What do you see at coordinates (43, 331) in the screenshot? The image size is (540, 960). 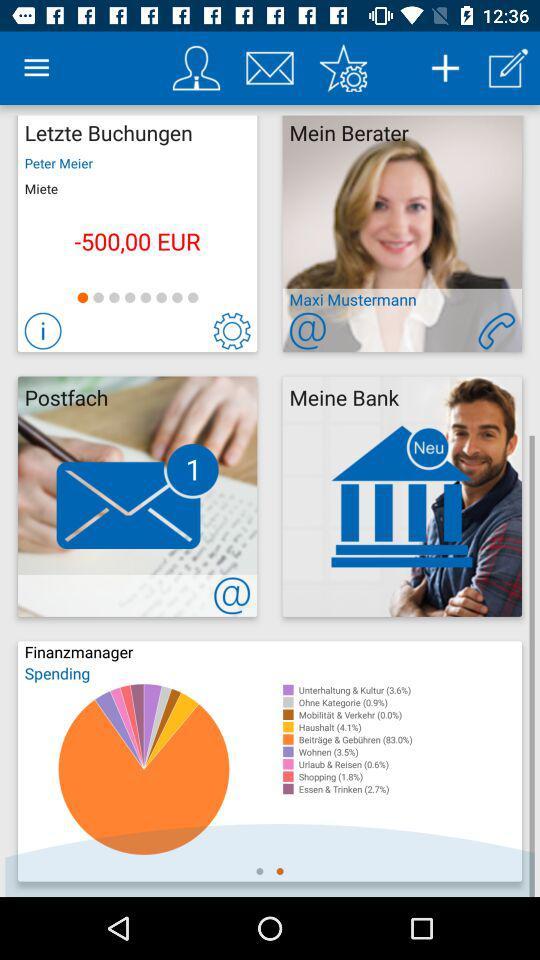 I see `button for more informations` at bounding box center [43, 331].